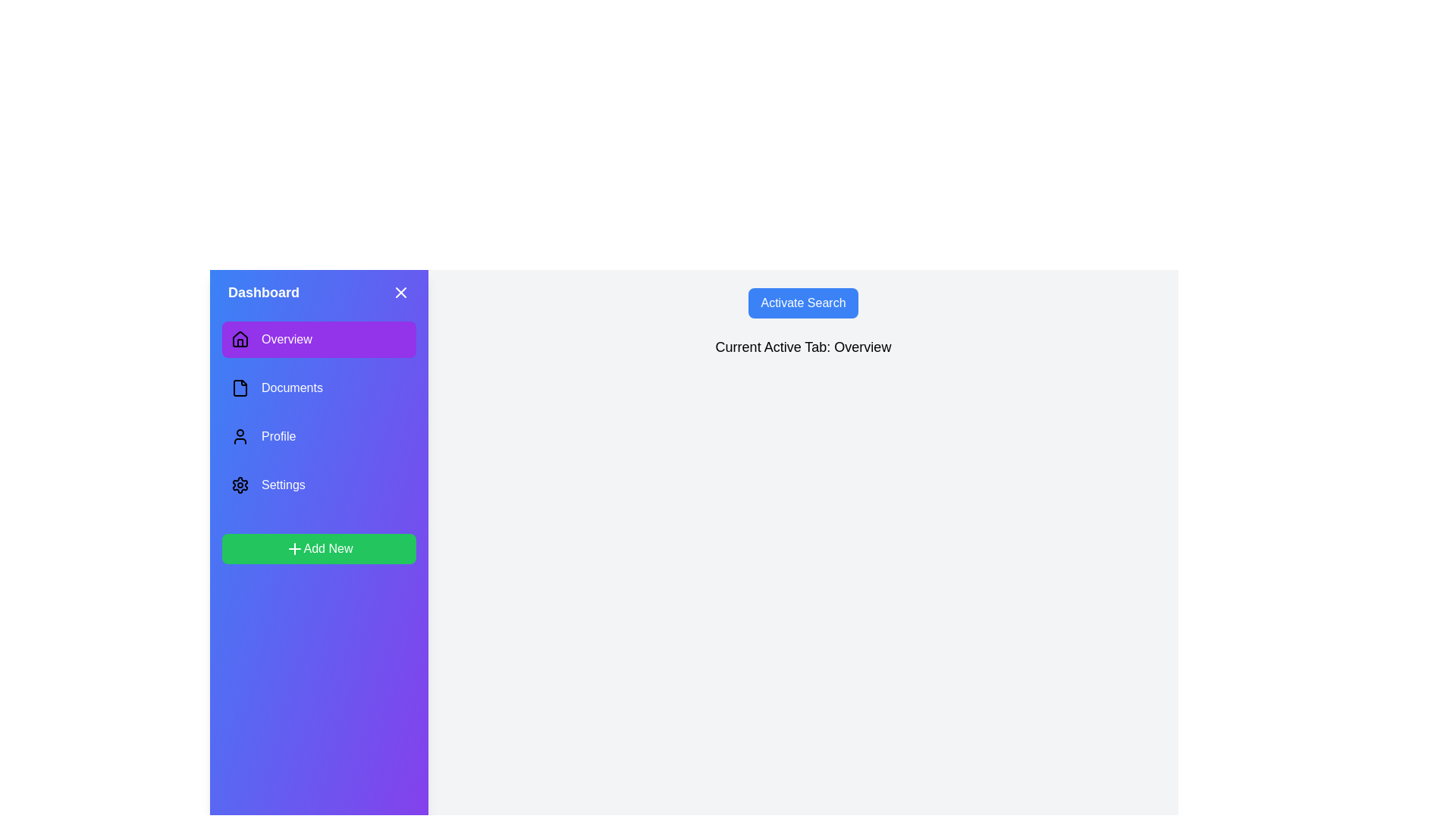 This screenshot has height=819, width=1456. Describe the element at coordinates (239, 485) in the screenshot. I see `the settings icon in the sidebar menu` at that location.